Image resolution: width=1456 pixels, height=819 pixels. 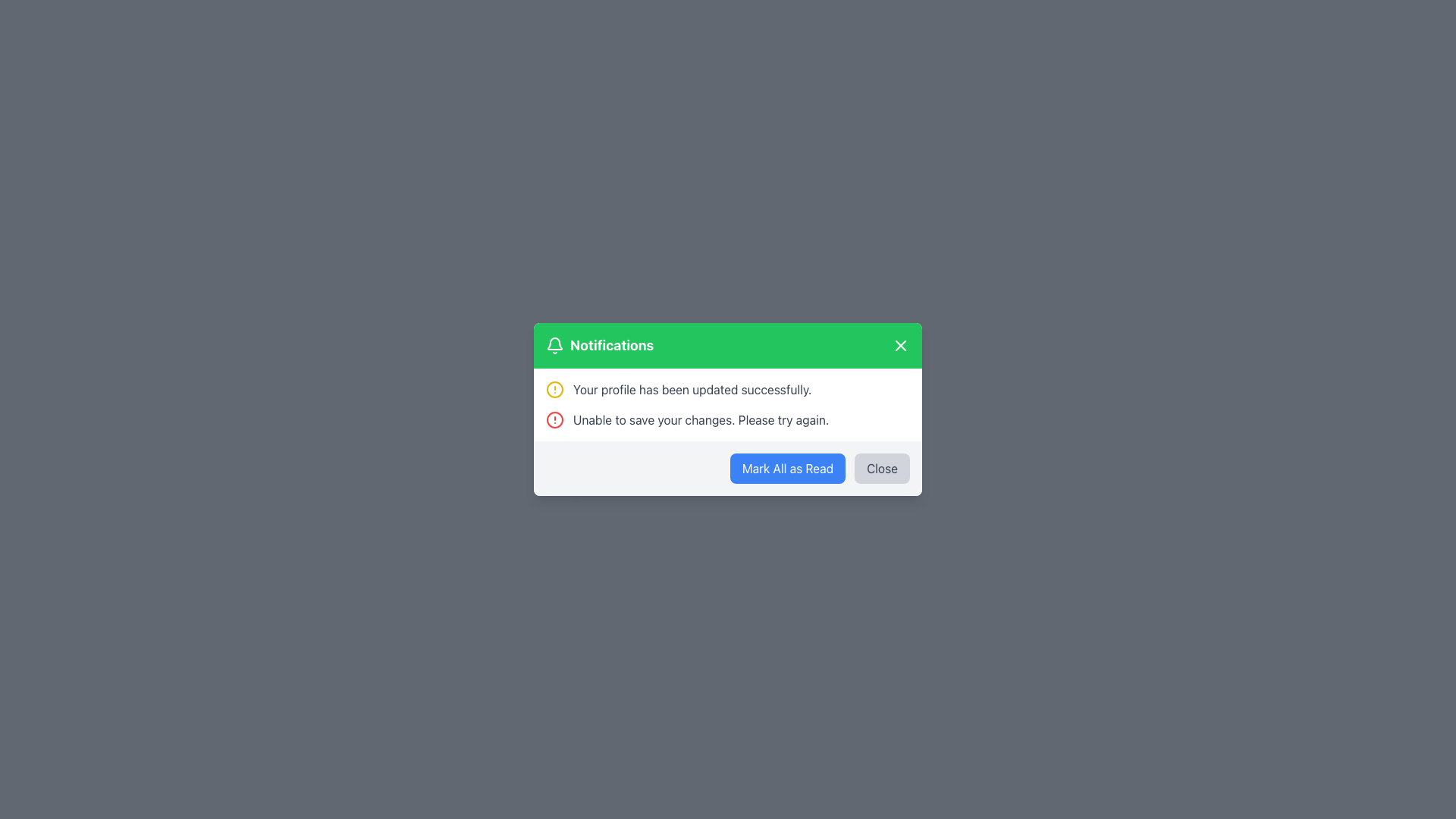 I want to click on notification message displaying 'Unable to save your changes. Please try again.' which is the second message in the notification panel, so click(x=728, y=420).